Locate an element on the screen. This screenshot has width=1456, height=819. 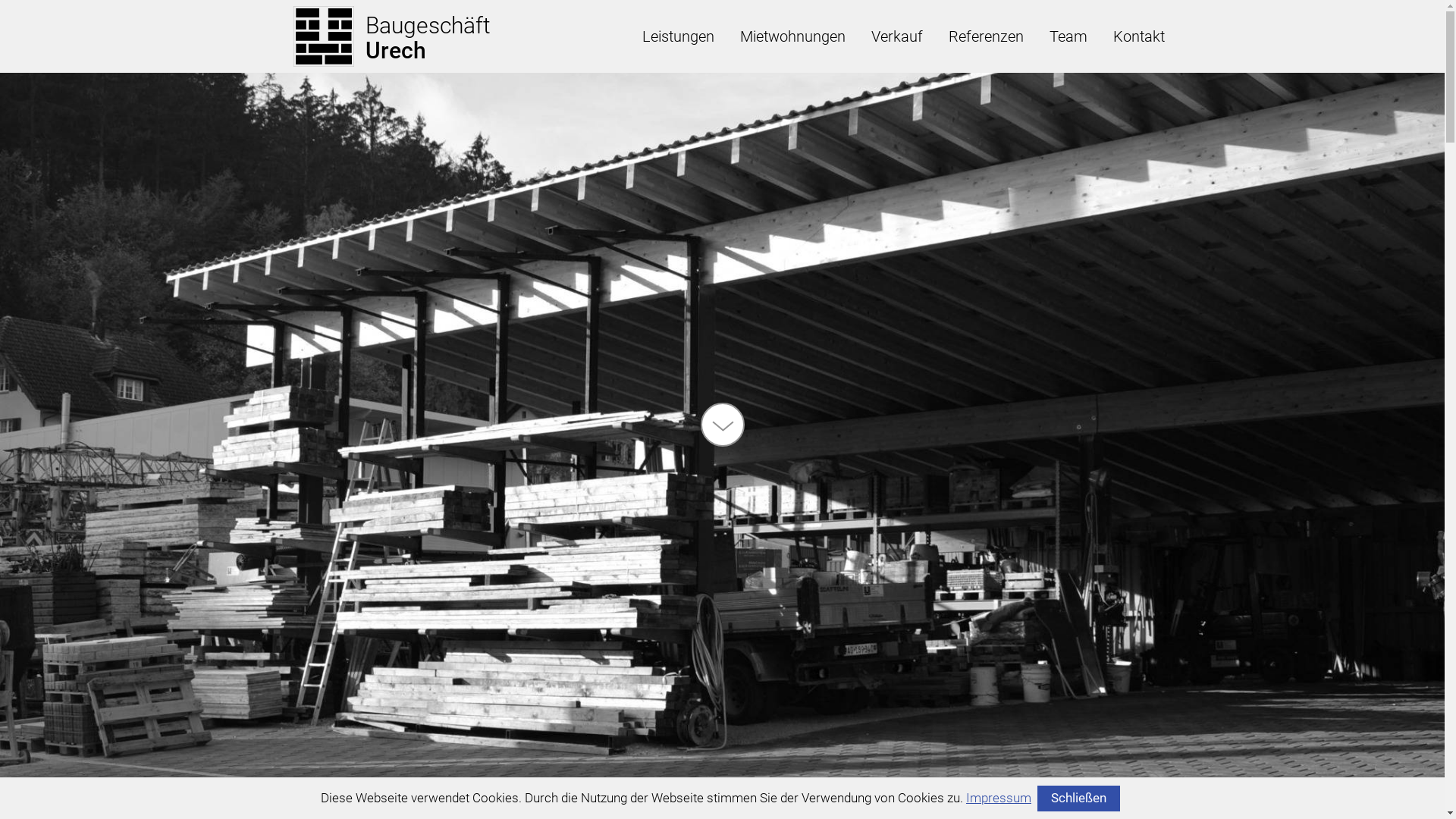
'Mietwohnungen' is located at coordinates (791, 35).